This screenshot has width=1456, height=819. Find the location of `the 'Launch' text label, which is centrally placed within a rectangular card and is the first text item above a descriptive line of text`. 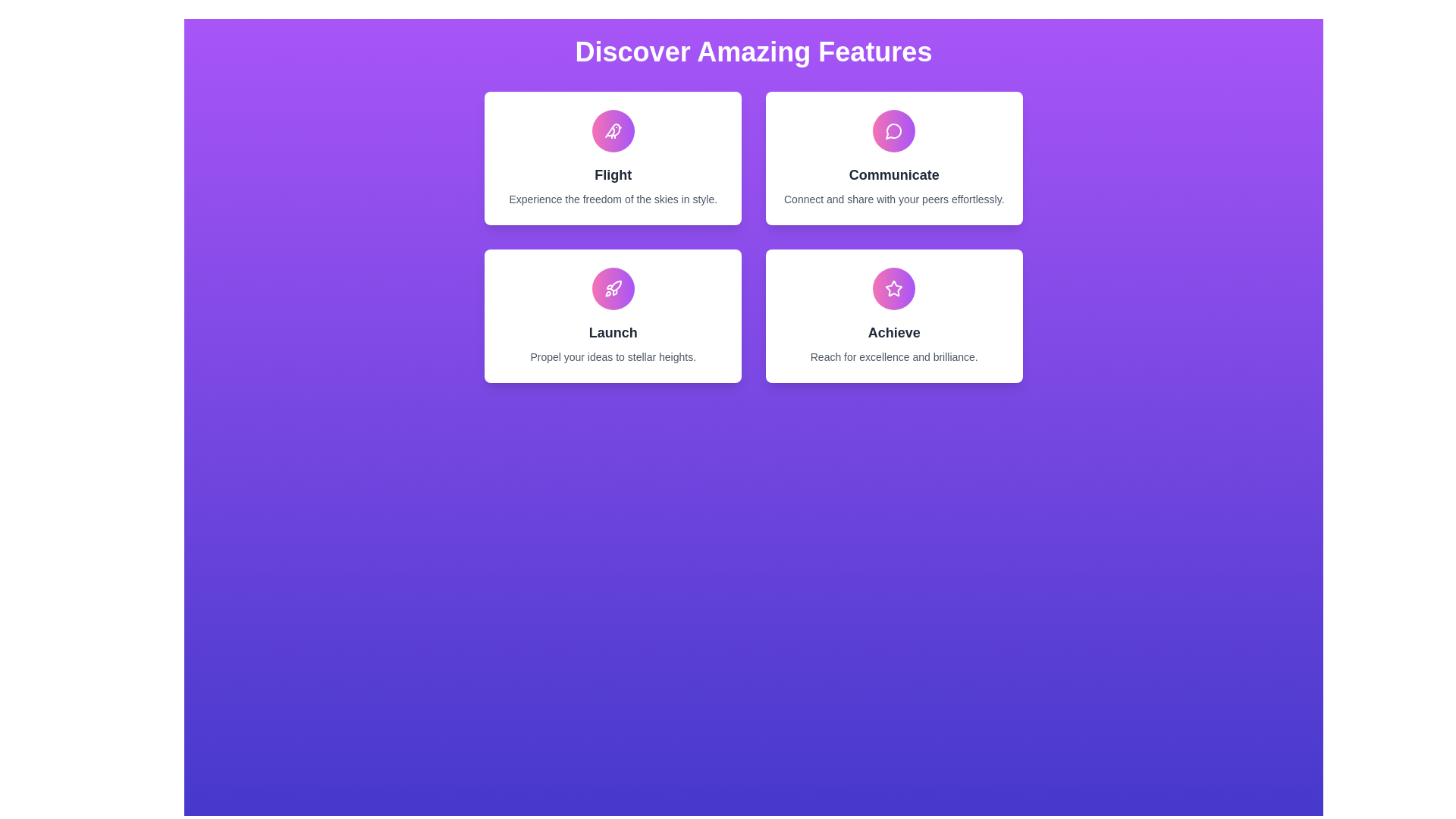

the 'Launch' text label, which is centrally placed within a rectangular card and is the first text item above a descriptive line of text is located at coordinates (613, 332).